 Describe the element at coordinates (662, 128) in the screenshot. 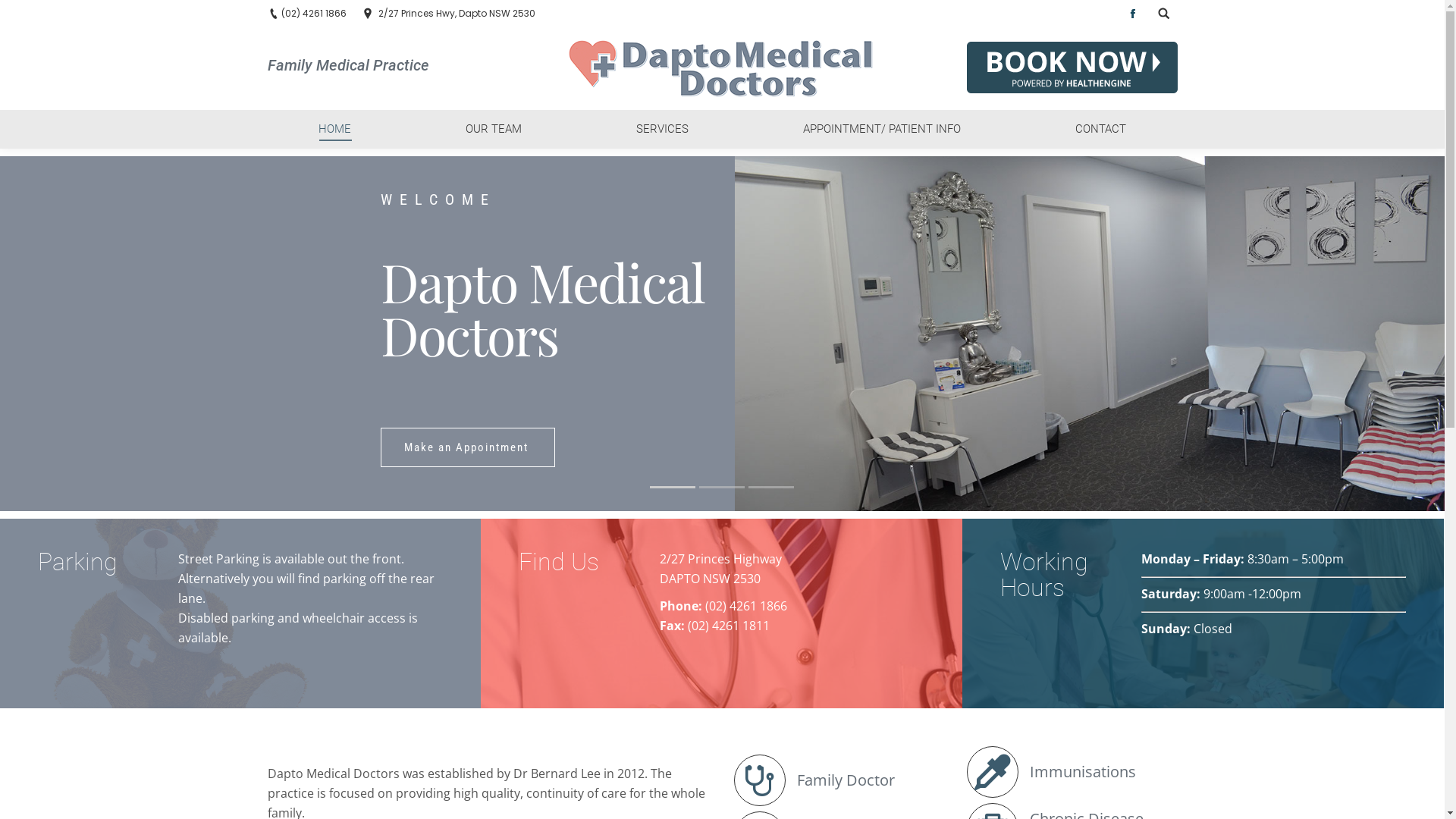

I see `'SERVICES'` at that location.